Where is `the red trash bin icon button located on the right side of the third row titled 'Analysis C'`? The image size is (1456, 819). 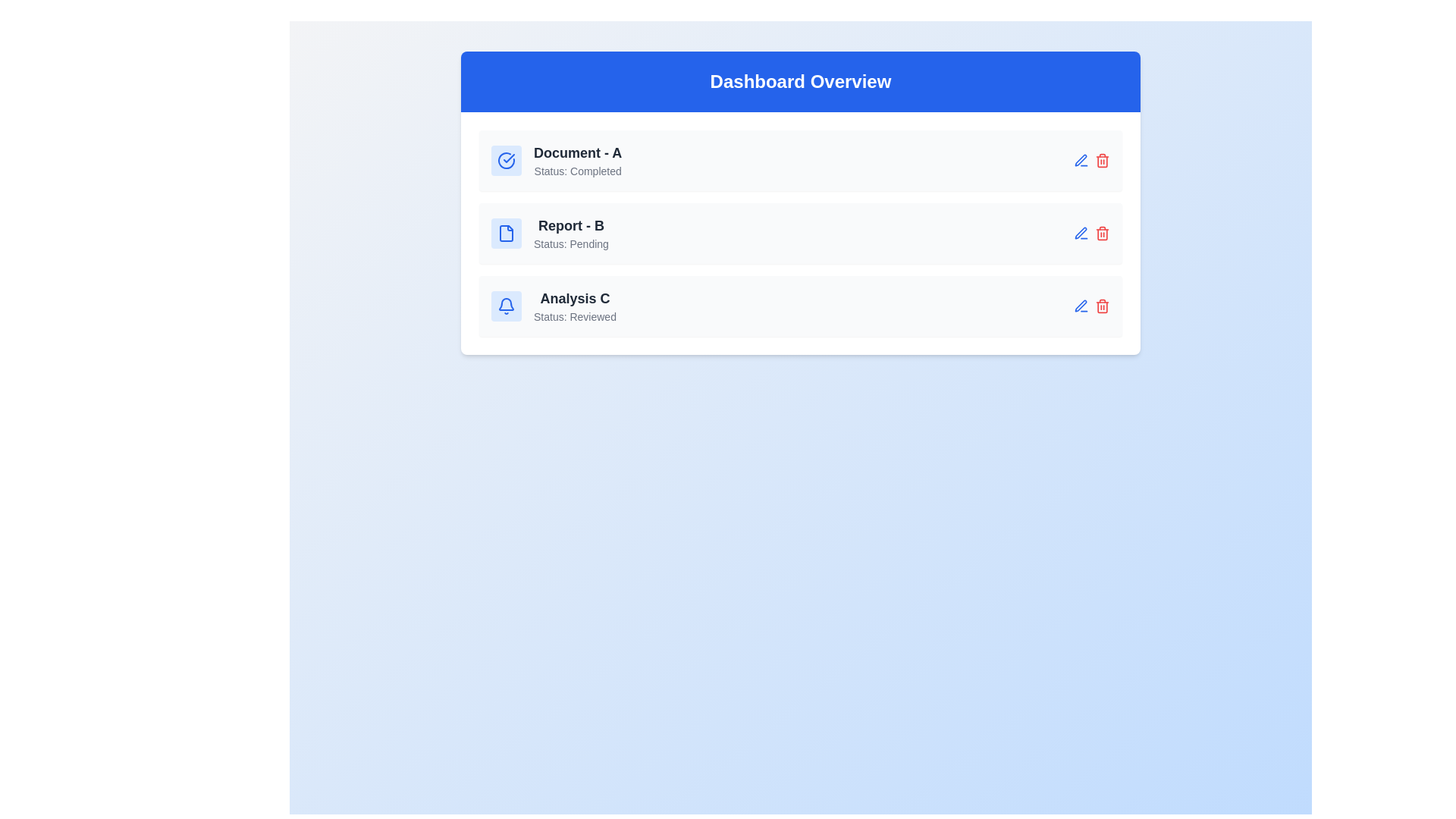
the red trash bin icon button located on the right side of the third row titled 'Analysis C' is located at coordinates (1103, 234).